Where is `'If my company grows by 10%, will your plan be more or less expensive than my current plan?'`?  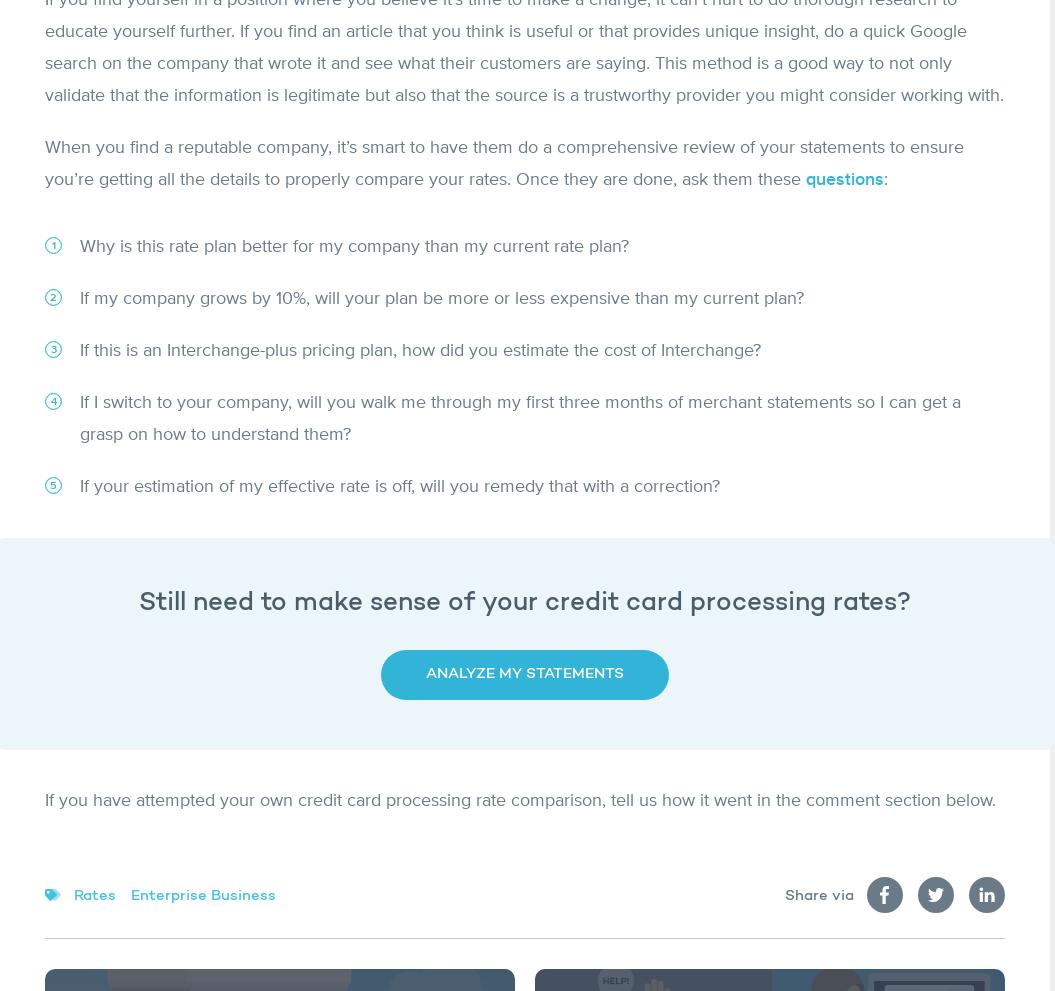
'If my company grows by 10%, will your plan be more or less expensive than my current plan?' is located at coordinates (78, 296).